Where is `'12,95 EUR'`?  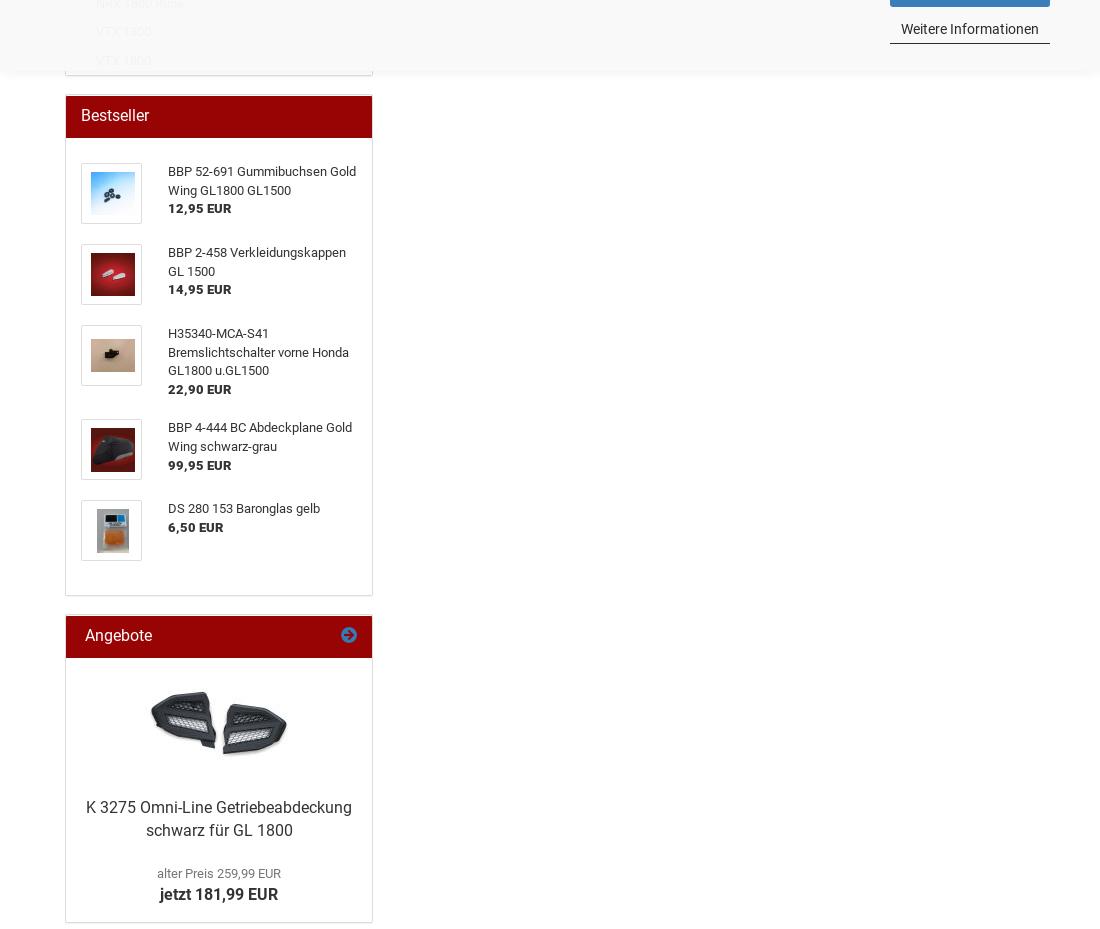 '12,95 EUR' is located at coordinates (198, 207).